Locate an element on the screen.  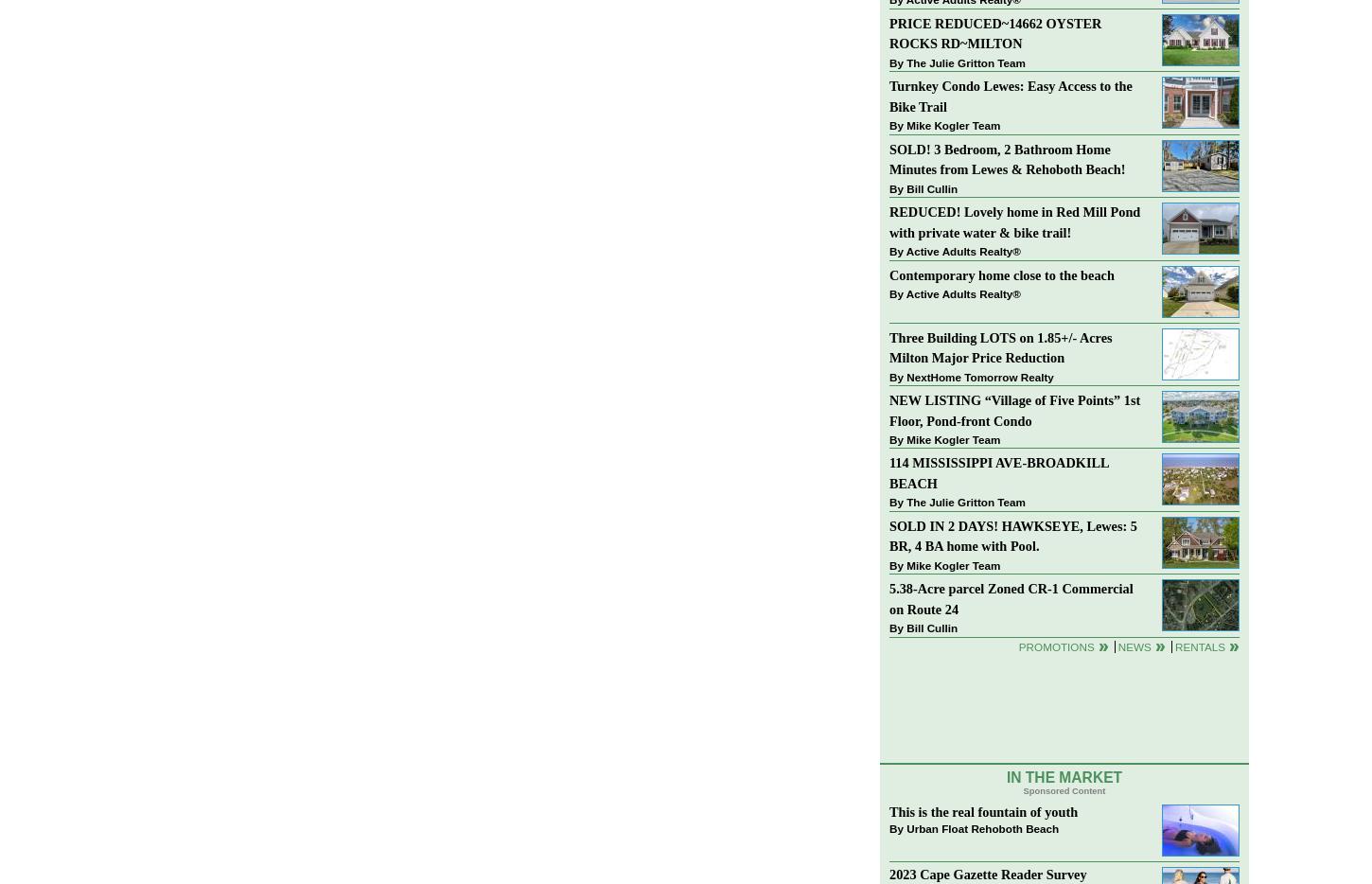
'News' is located at coordinates (1133, 645).